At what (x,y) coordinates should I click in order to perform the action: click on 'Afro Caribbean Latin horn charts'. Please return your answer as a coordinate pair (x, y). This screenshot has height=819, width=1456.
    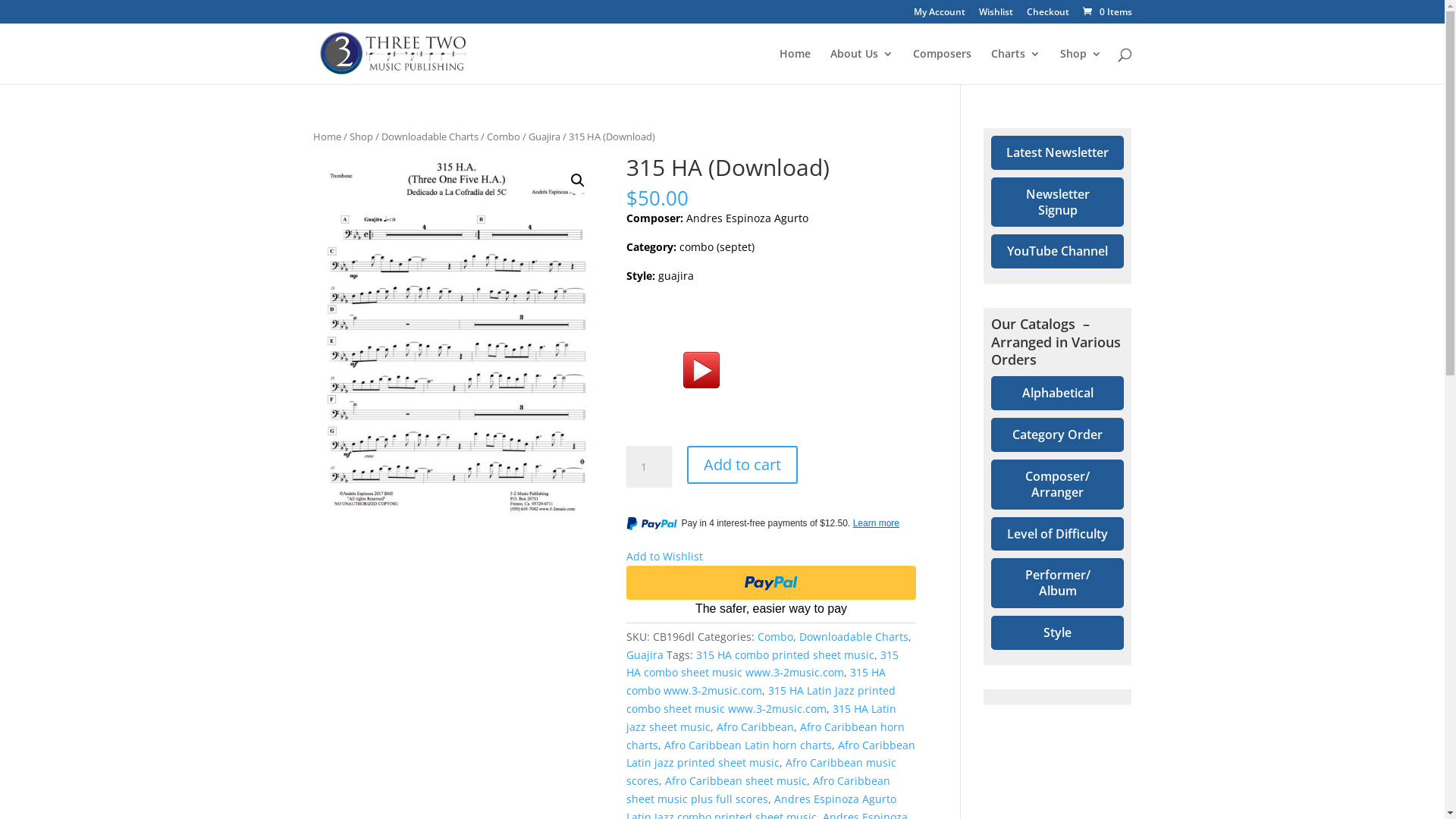
    Looking at the image, I should click on (748, 744).